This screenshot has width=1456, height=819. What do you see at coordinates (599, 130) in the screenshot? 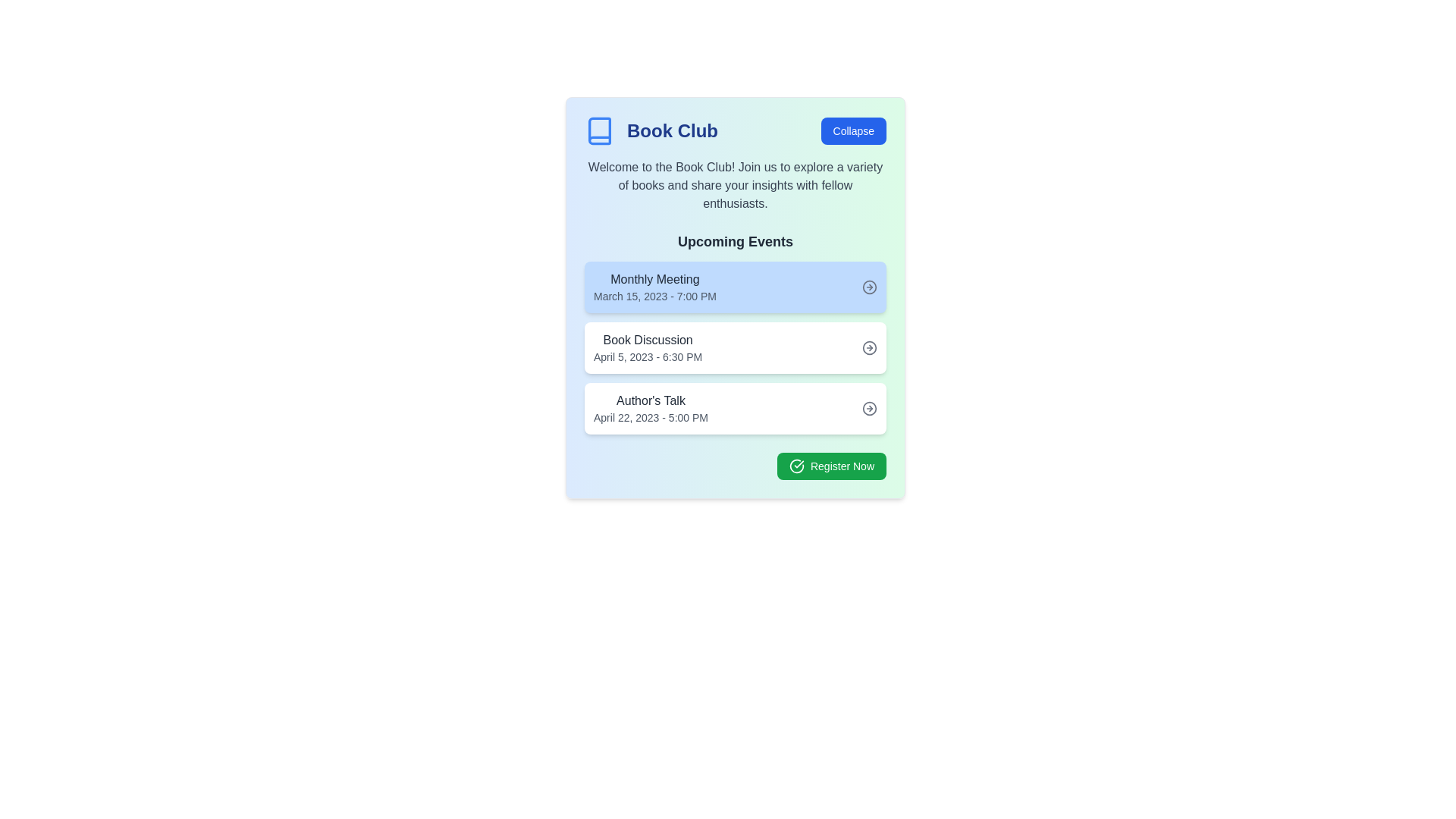
I see `the decorative book icon in the top-left corner of the 'Book Club' card interface` at bounding box center [599, 130].